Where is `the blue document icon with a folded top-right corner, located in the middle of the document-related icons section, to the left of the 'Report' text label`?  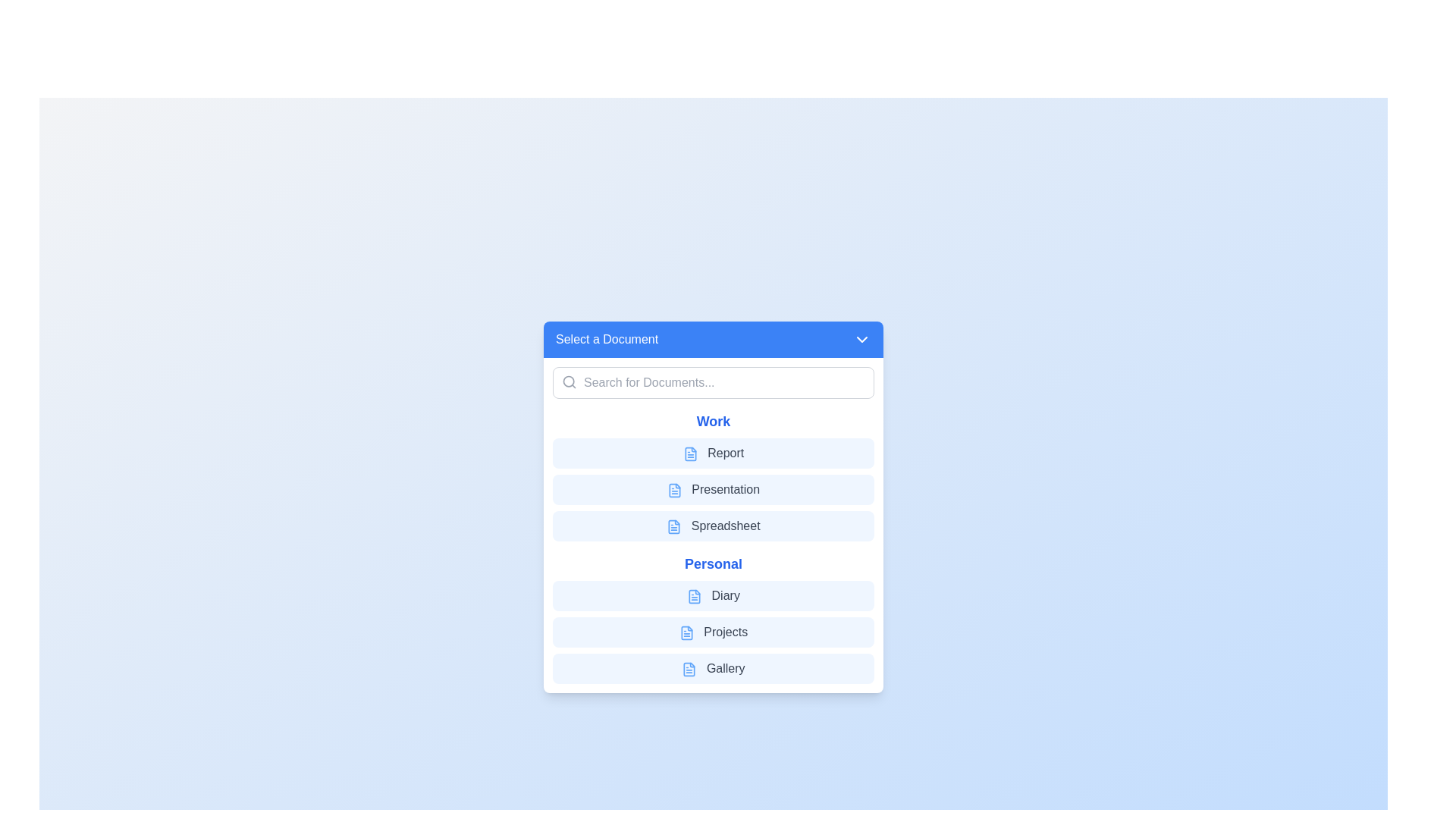
the blue document icon with a folded top-right corner, located in the middle of the document-related icons section, to the left of the 'Report' text label is located at coordinates (689, 453).